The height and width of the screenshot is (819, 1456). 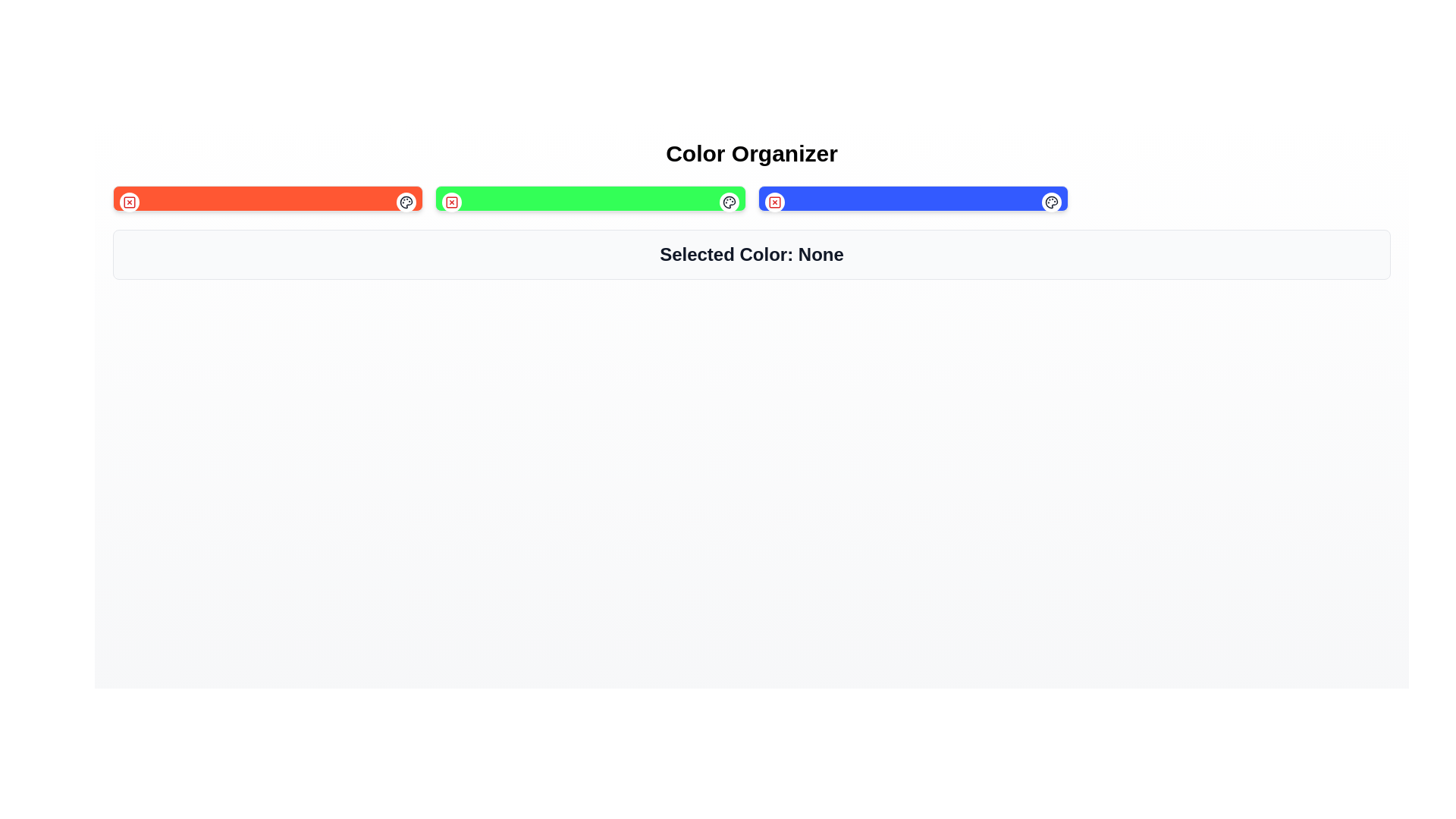 What do you see at coordinates (451, 201) in the screenshot?
I see `the red square icon with a white 'X' symbol located inside the green rectangular box` at bounding box center [451, 201].